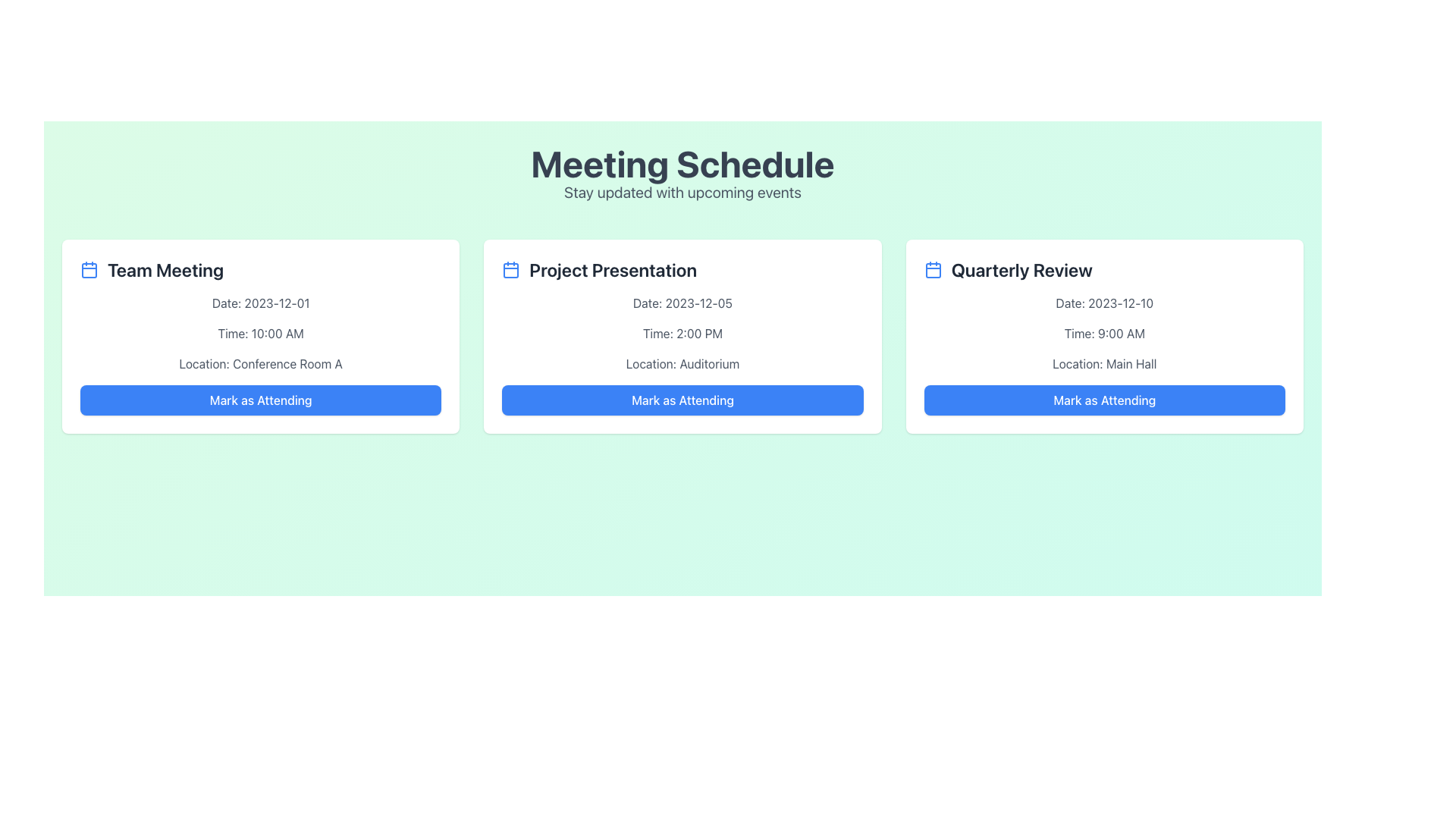  Describe the element at coordinates (1104, 363) in the screenshot. I see `the static text element that conveys the location of the event in the third card on the right in the 'Meeting Schedule' layout, positioned below 'Time: 9:00 AM' and above the 'Mark as Attending' button` at that location.